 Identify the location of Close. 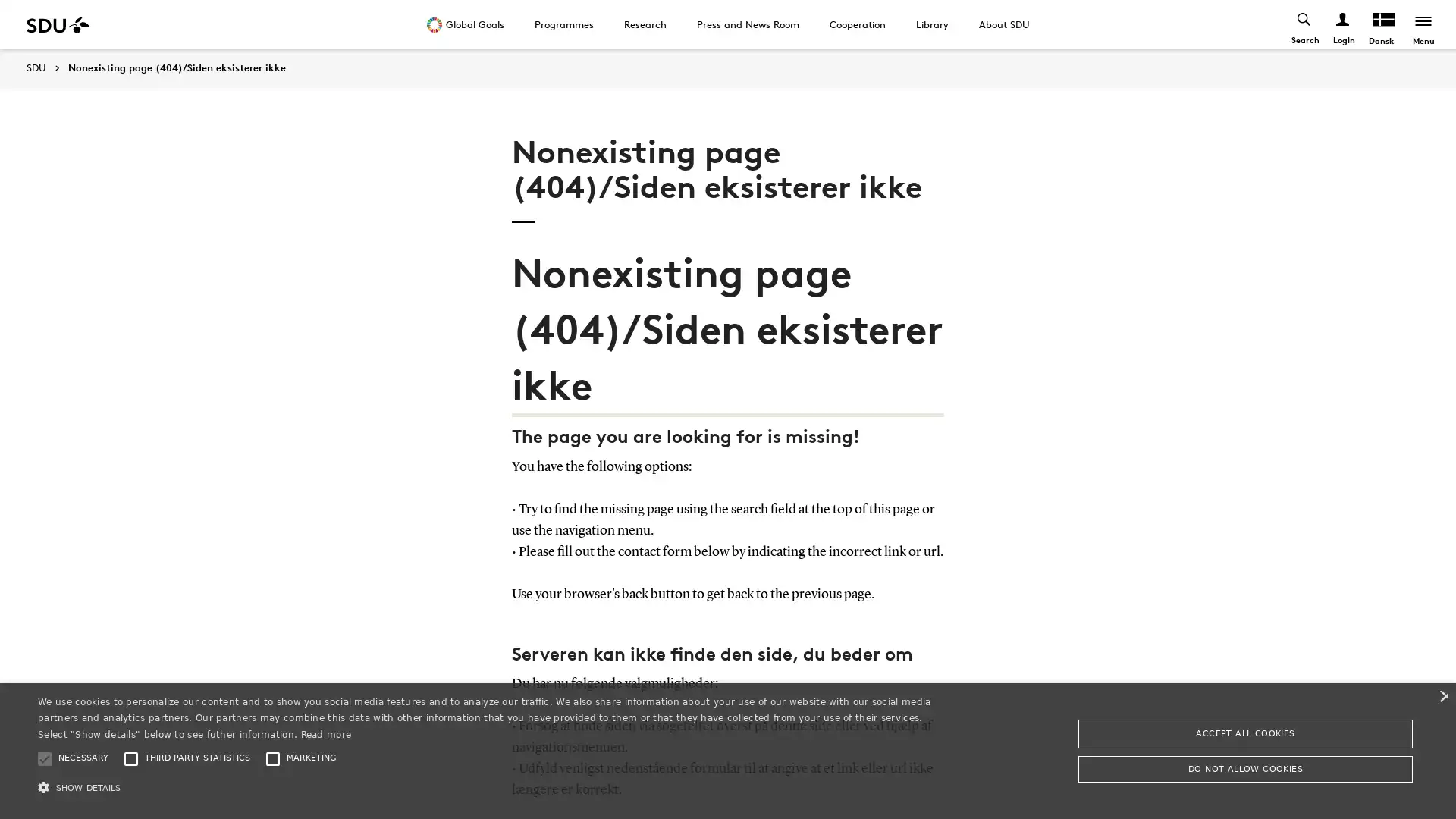
(1442, 695).